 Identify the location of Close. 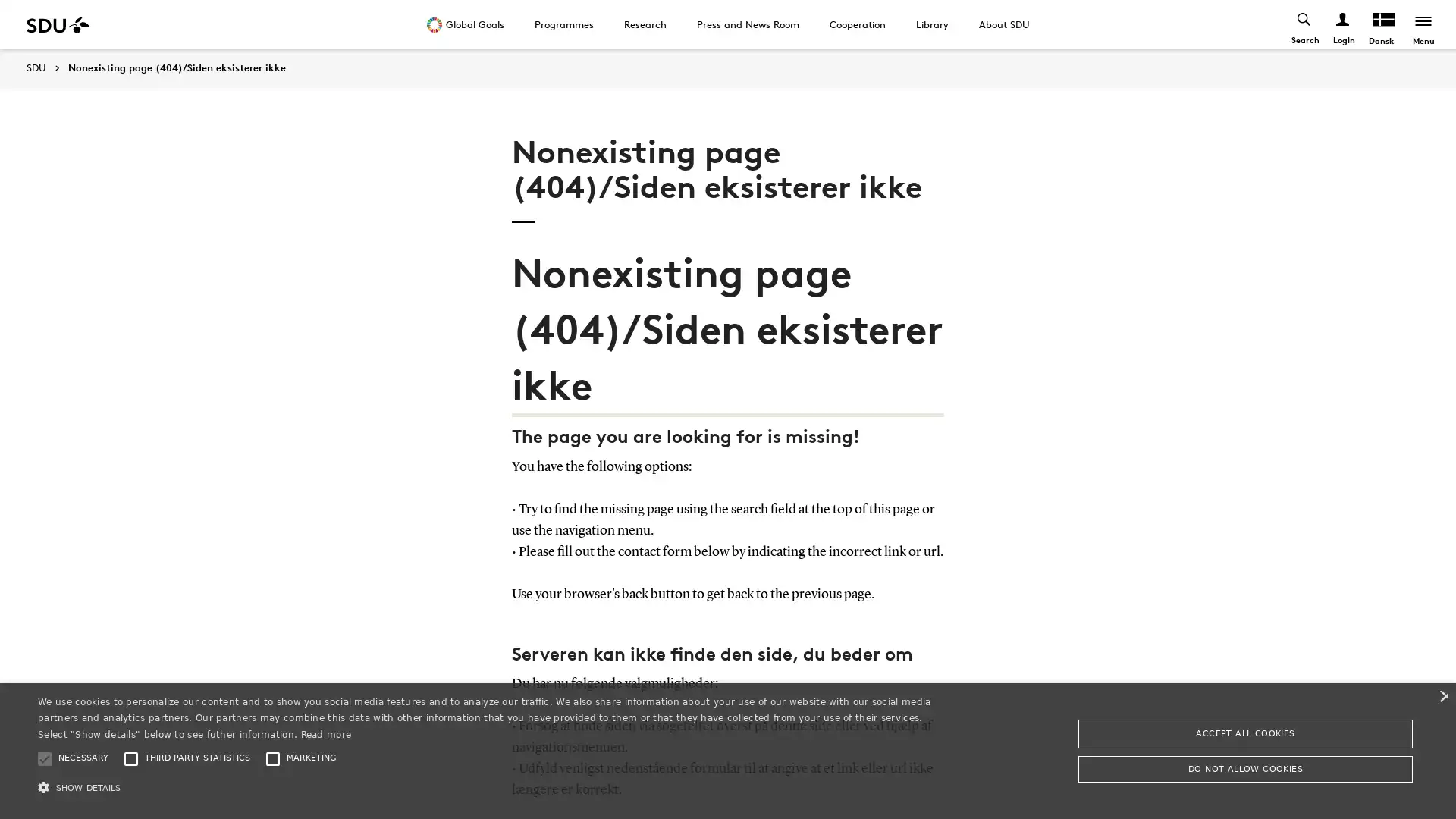
(1442, 695).